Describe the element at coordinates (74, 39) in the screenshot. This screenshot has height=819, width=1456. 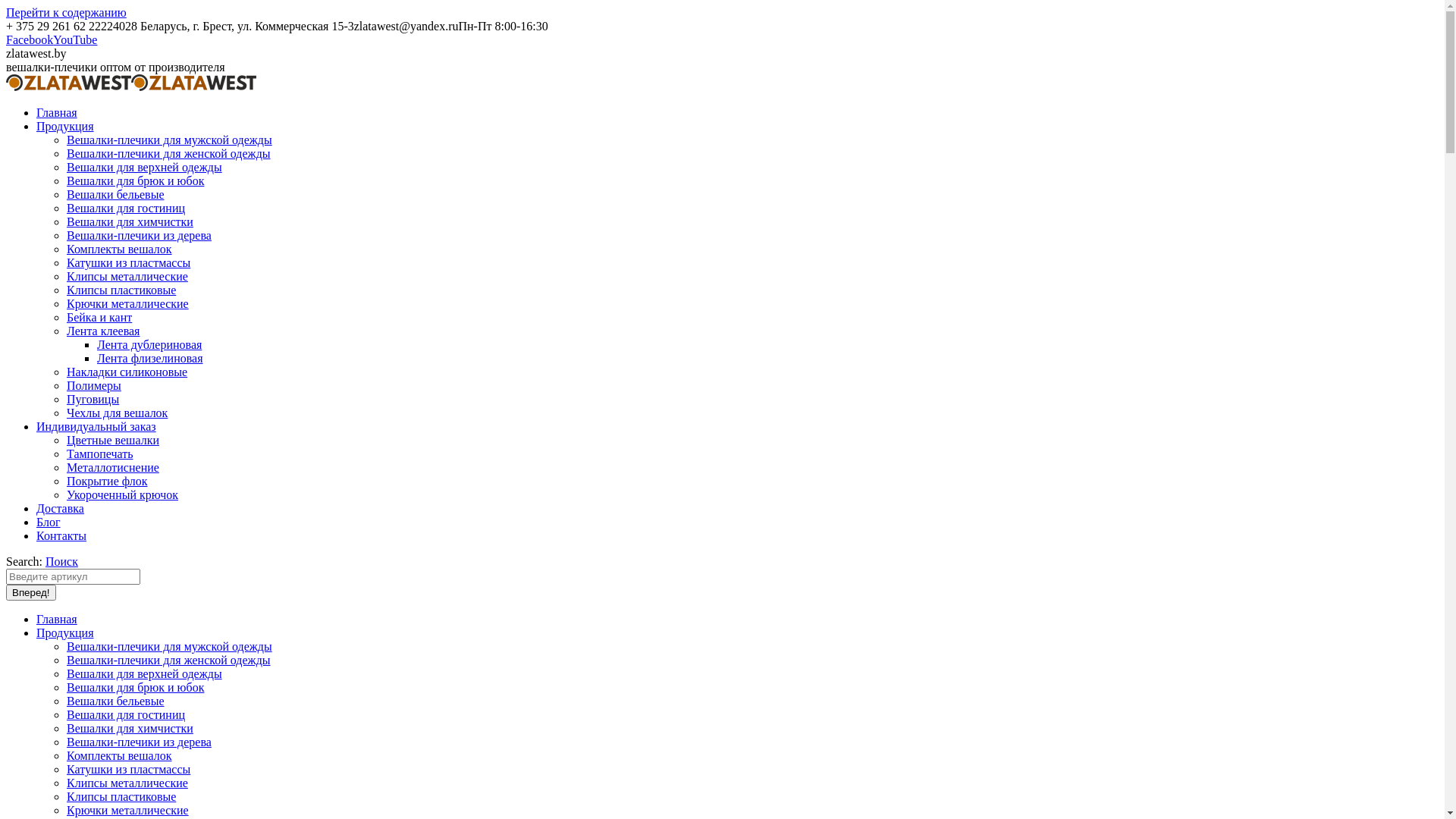
I see `'YouTube'` at that location.